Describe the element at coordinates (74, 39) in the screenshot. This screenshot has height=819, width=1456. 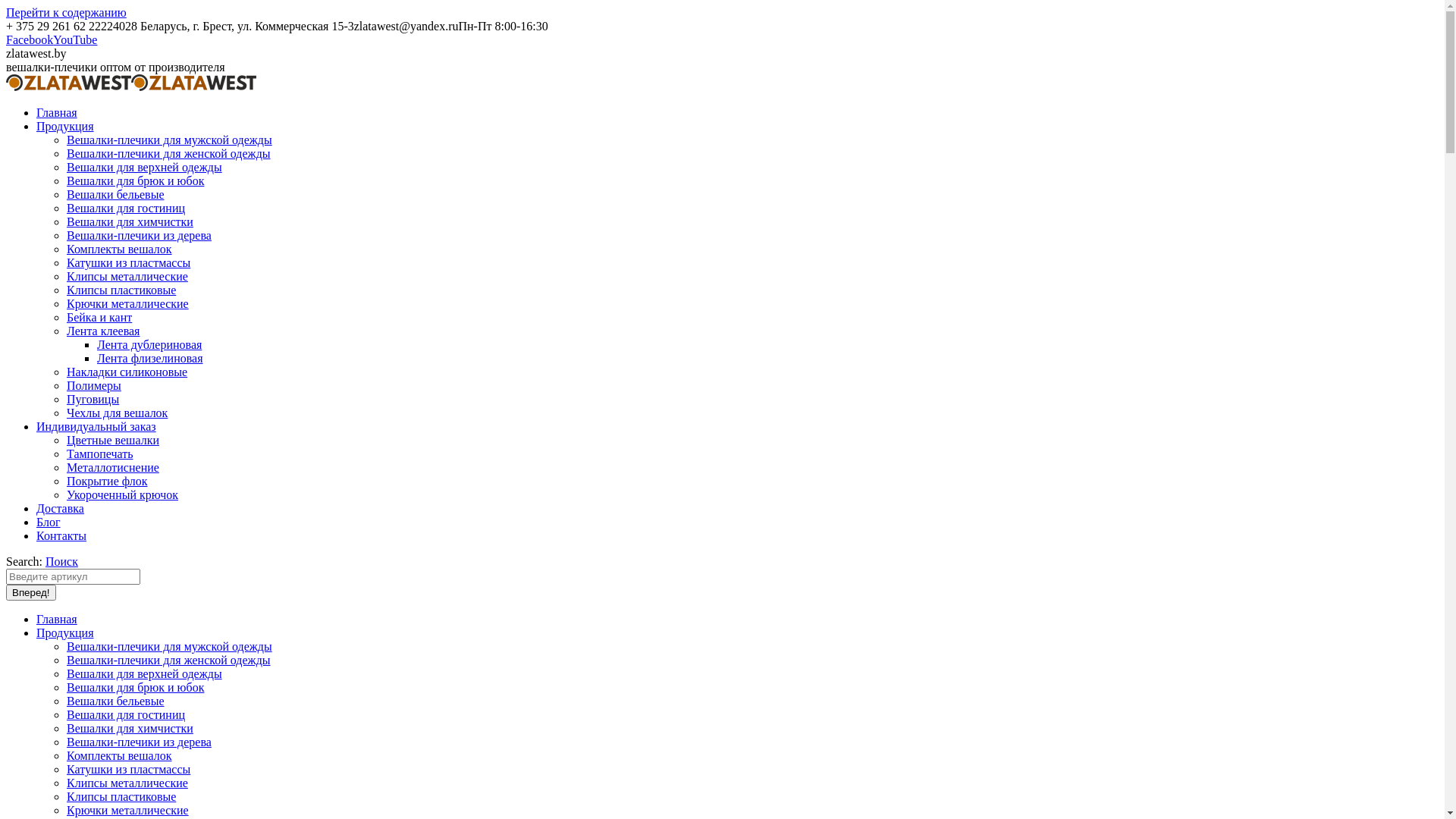
I see `'YouTube'` at that location.